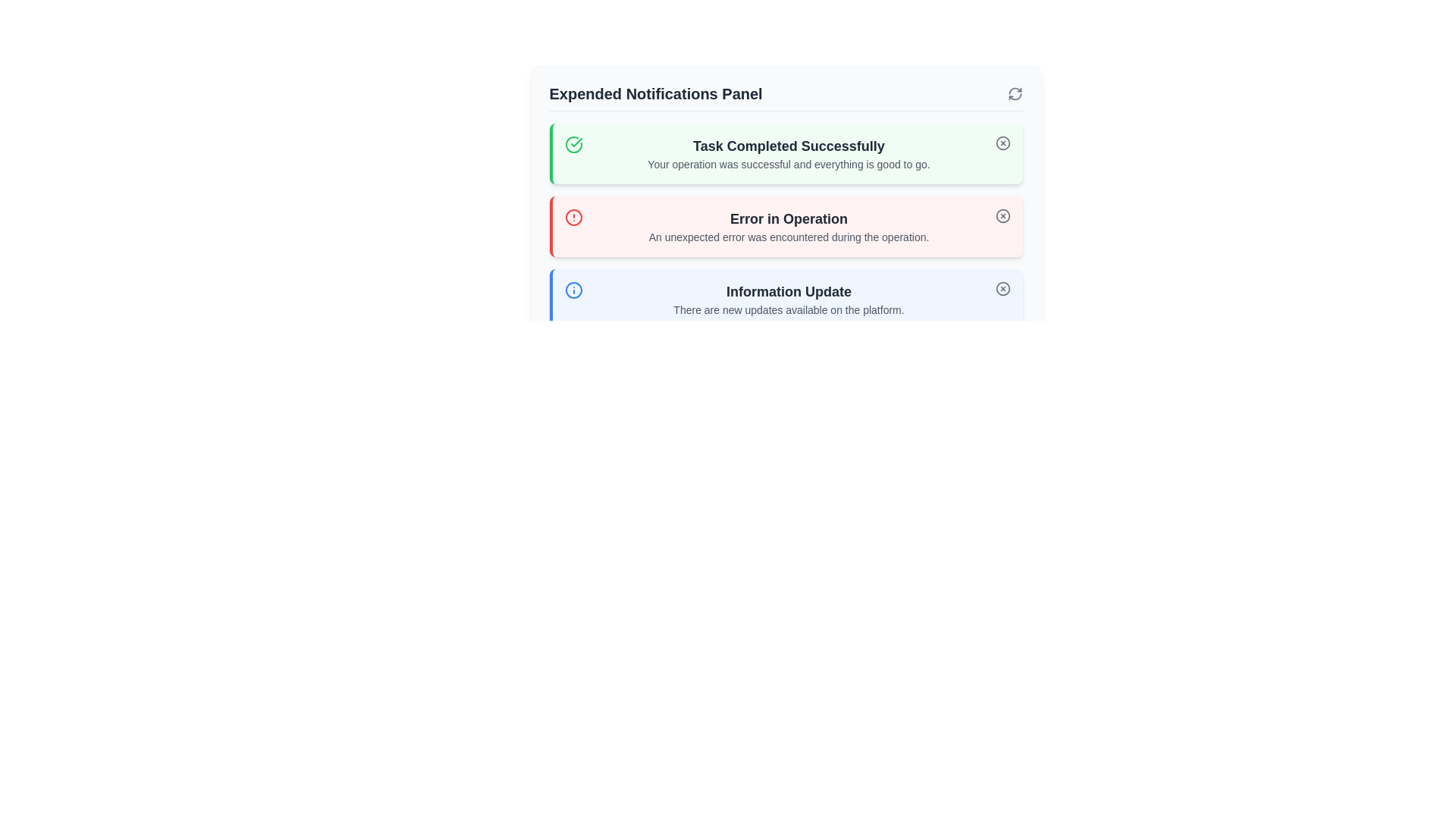 Image resolution: width=1456 pixels, height=819 pixels. What do you see at coordinates (789, 227) in the screenshot?
I see `the error notification card containing the bold heading 'Error in Operation' and the paragraph 'An unexpected error was encountered during the operation.'` at bounding box center [789, 227].